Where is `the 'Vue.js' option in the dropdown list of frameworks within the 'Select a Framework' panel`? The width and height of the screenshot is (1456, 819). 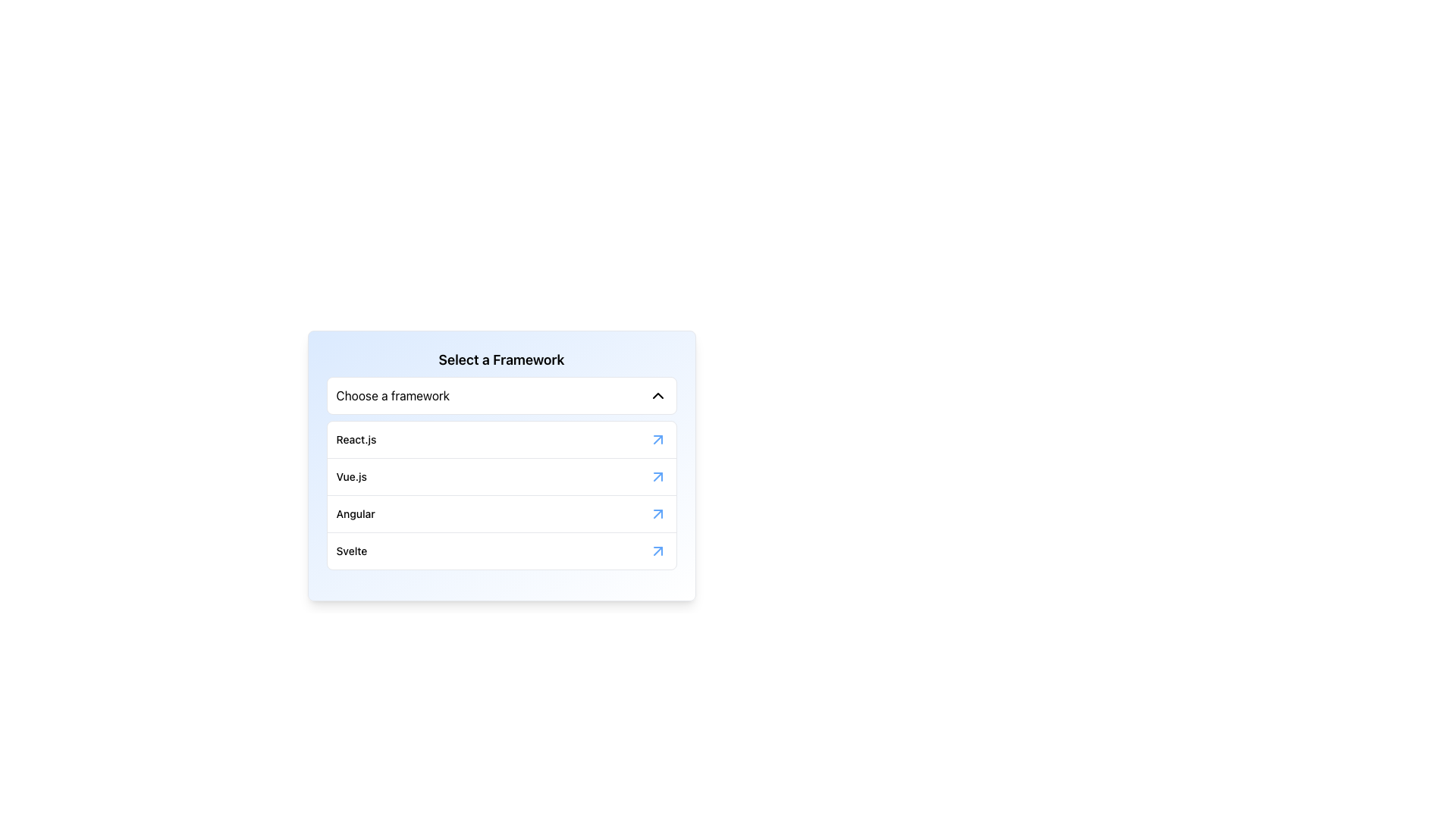 the 'Vue.js' option in the dropdown list of frameworks within the 'Select a Framework' panel is located at coordinates (501, 465).